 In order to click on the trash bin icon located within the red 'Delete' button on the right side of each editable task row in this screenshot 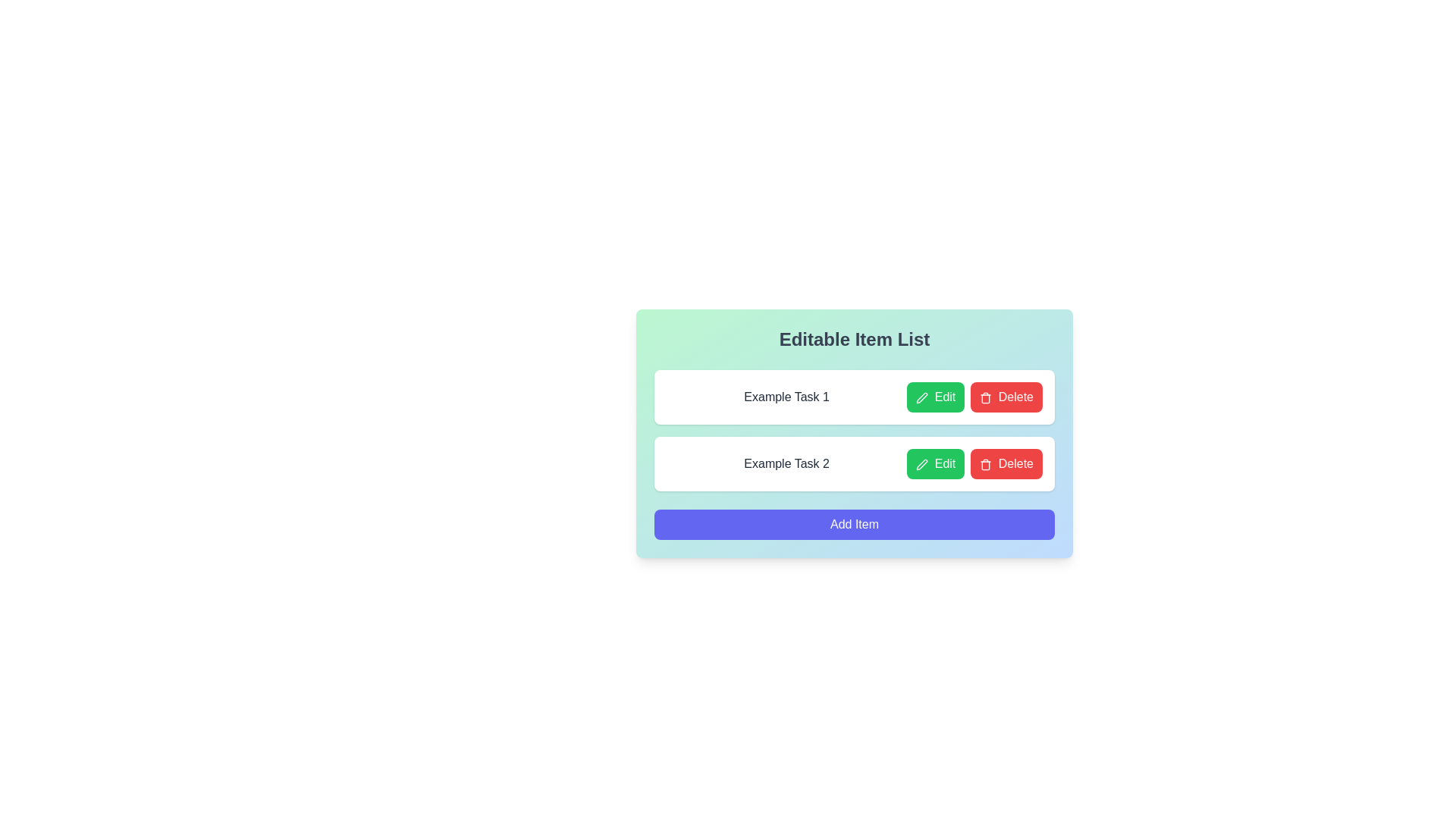, I will do `click(986, 397)`.